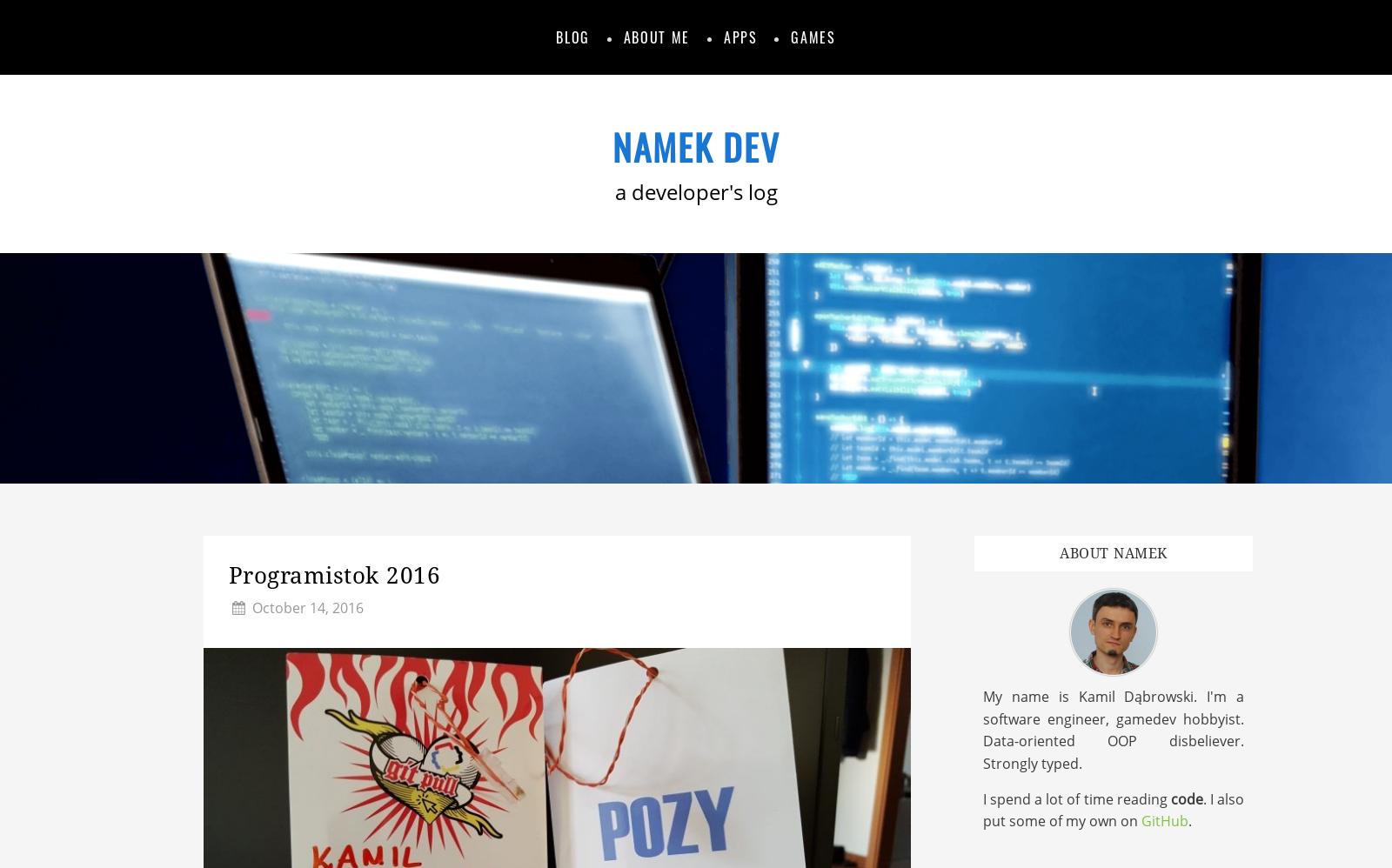  I want to click on 'a developer's log', so click(695, 191).